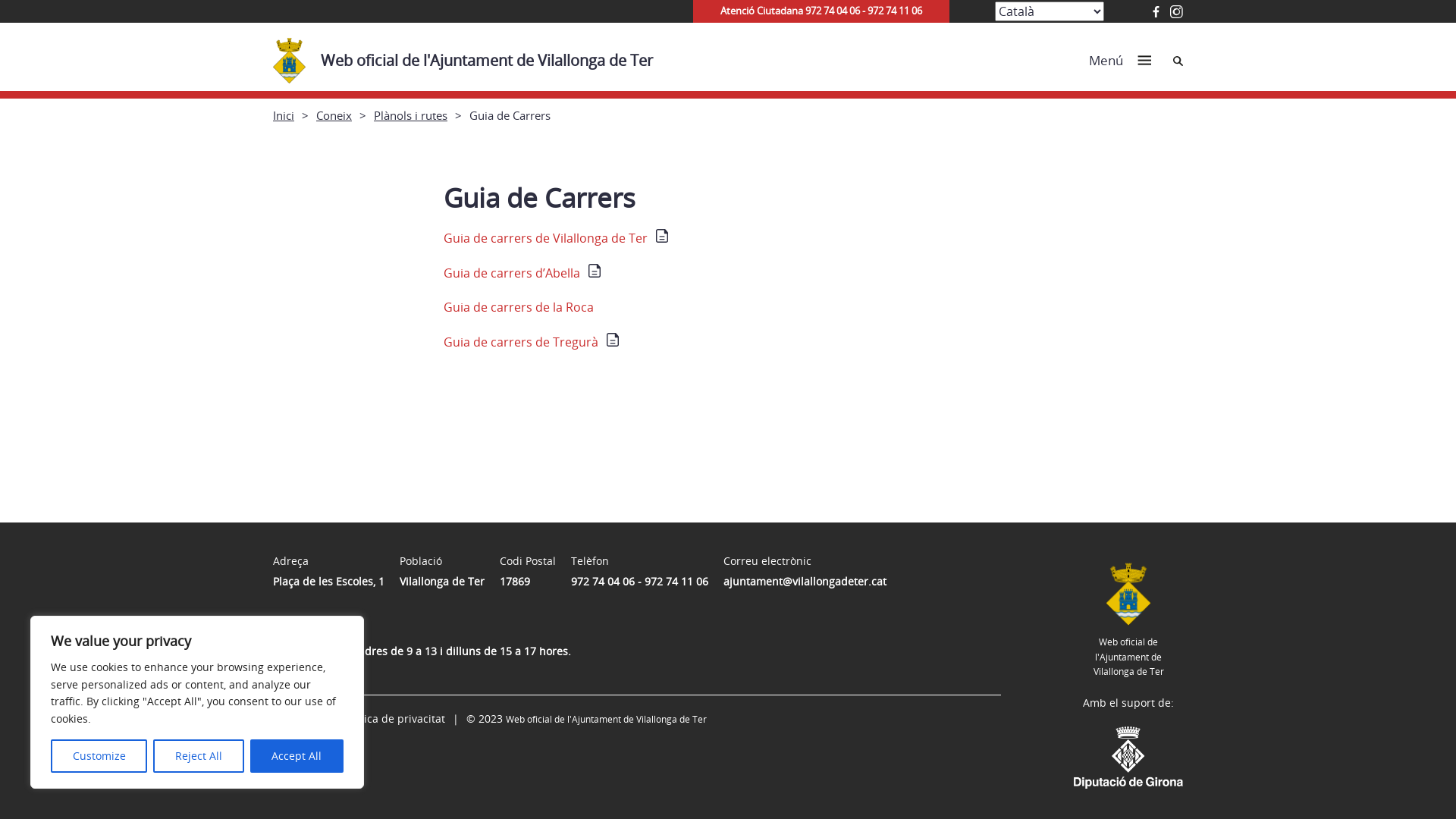 The width and height of the screenshot is (1456, 819). What do you see at coordinates (555, 237) in the screenshot?
I see `'Guia de carrers de Vilallonga de Ter'` at bounding box center [555, 237].